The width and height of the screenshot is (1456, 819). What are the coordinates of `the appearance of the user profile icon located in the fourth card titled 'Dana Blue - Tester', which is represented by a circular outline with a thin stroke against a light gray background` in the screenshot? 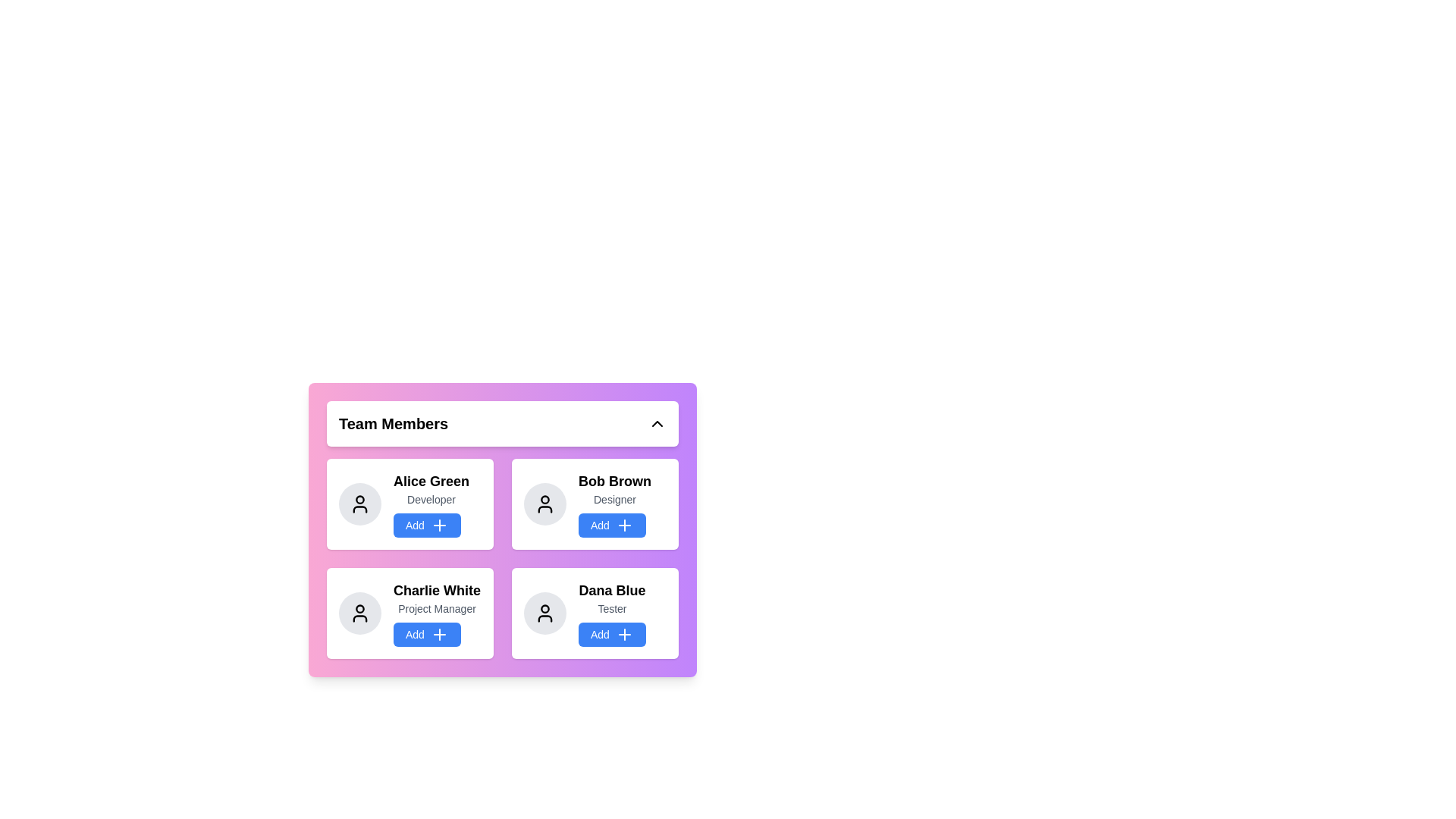 It's located at (545, 613).